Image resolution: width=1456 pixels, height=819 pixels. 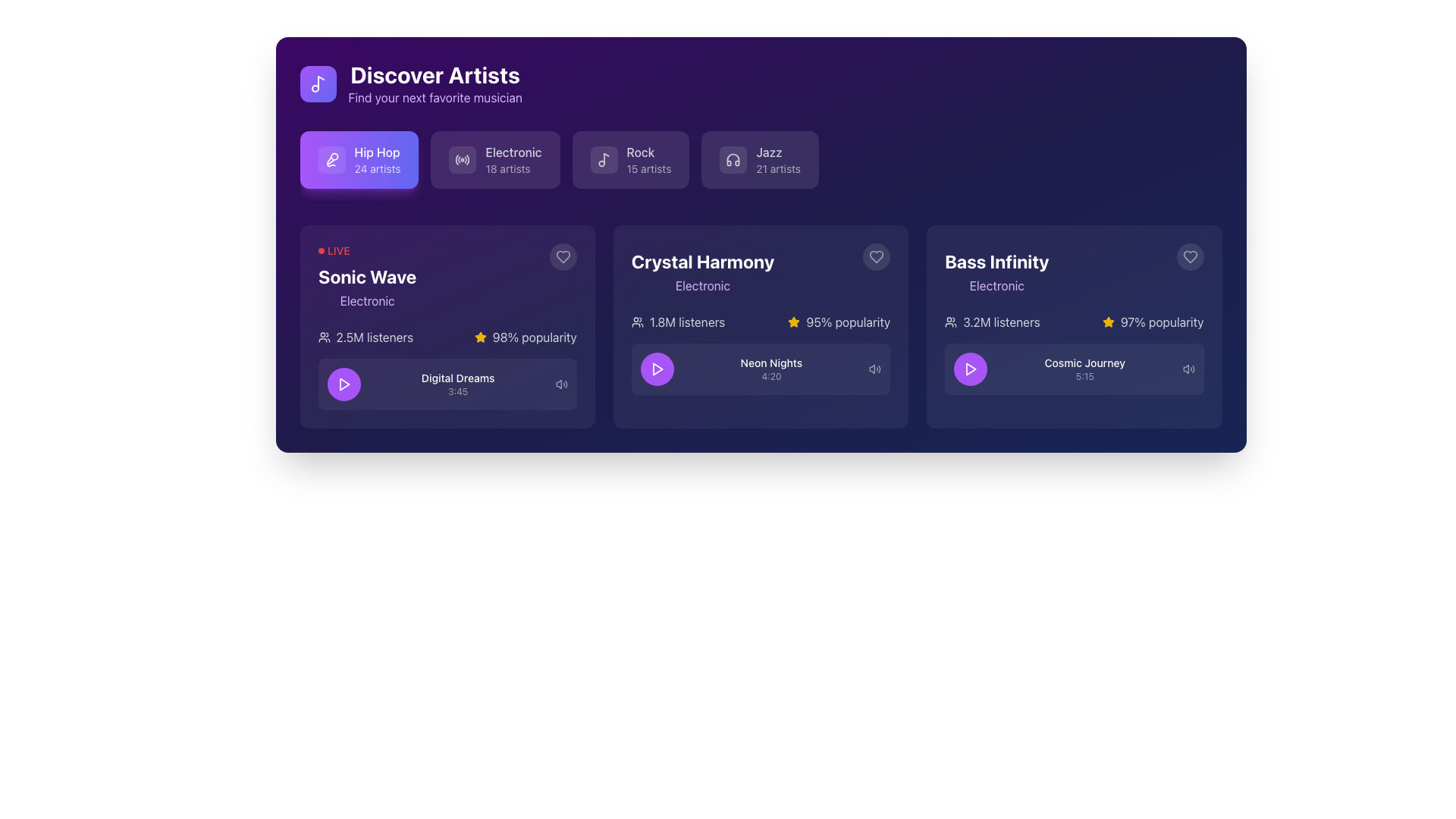 I want to click on the 'Jazz' button with a purple background, which contains the text 'Jazz' and '21 artists' along with a headphones icon, so click(x=778, y=160).